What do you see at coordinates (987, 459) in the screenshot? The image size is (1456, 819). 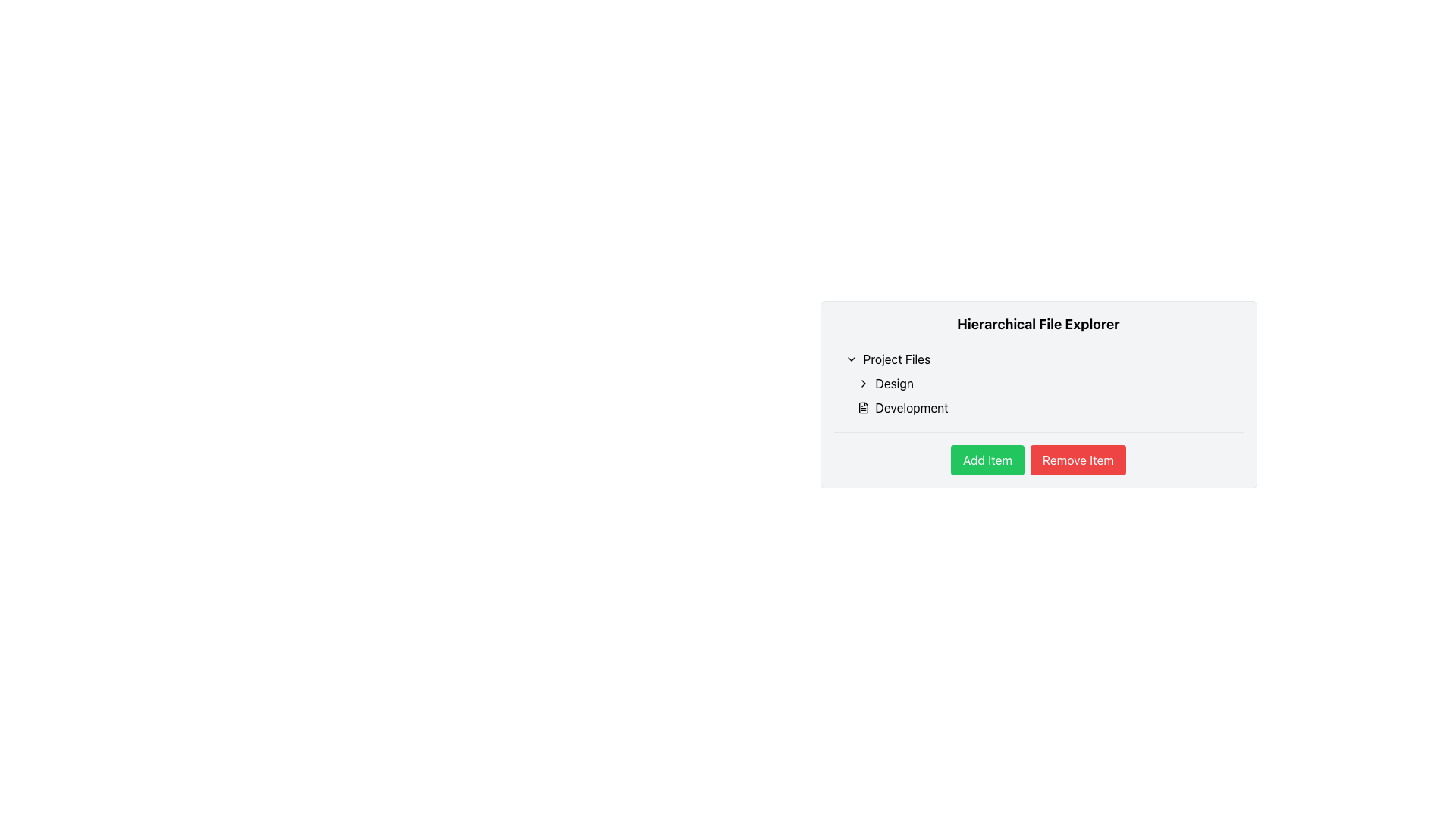 I see `the leftmost button in the horizontal row at the bottom of the 'Hierarchical File Explorer' section to change its color` at bounding box center [987, 459].